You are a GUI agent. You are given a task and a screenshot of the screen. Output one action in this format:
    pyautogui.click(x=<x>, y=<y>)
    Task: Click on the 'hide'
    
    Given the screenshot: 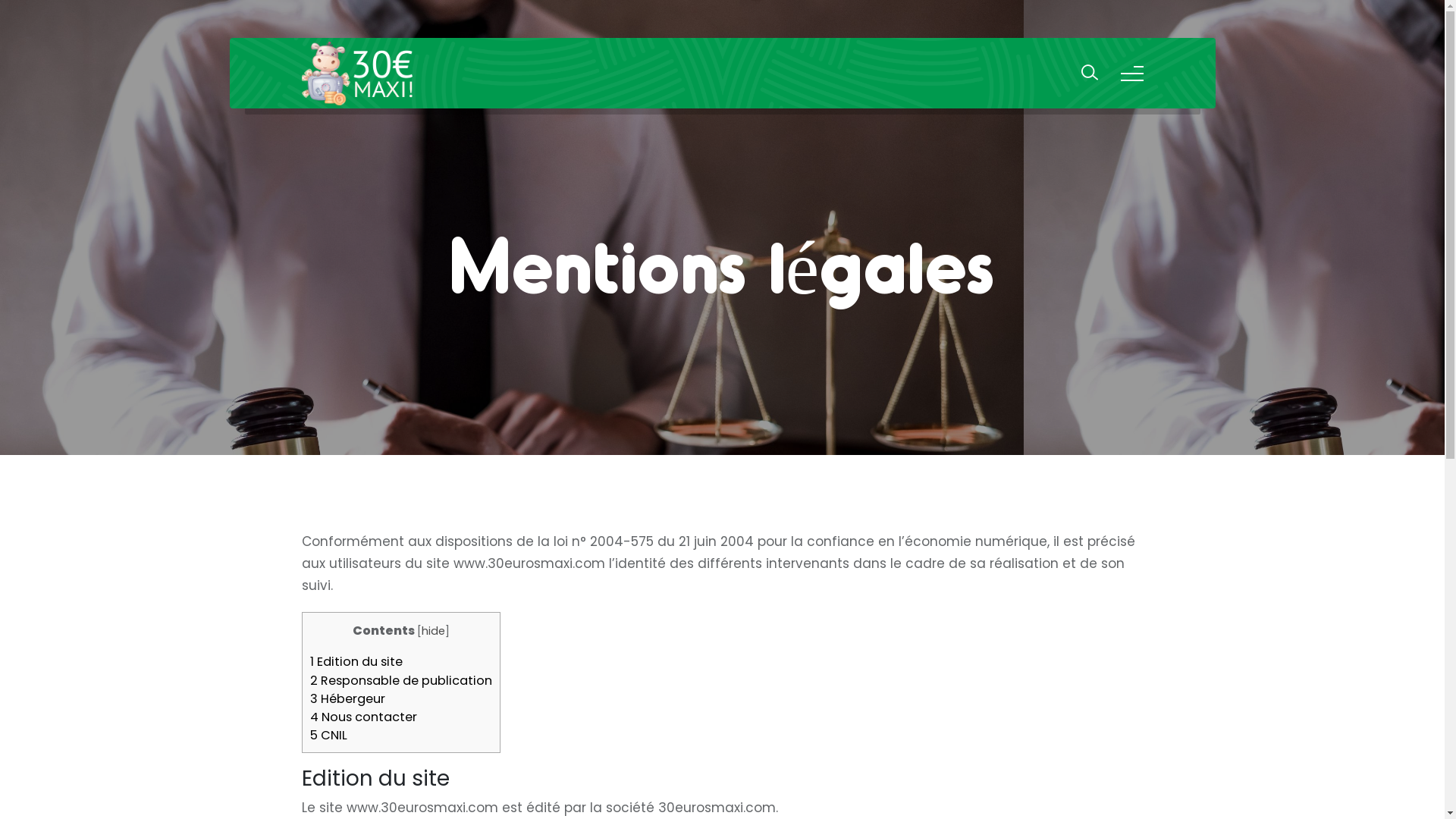 What is the action you would take?
    pyautogui.click(x=432, y=631)
    